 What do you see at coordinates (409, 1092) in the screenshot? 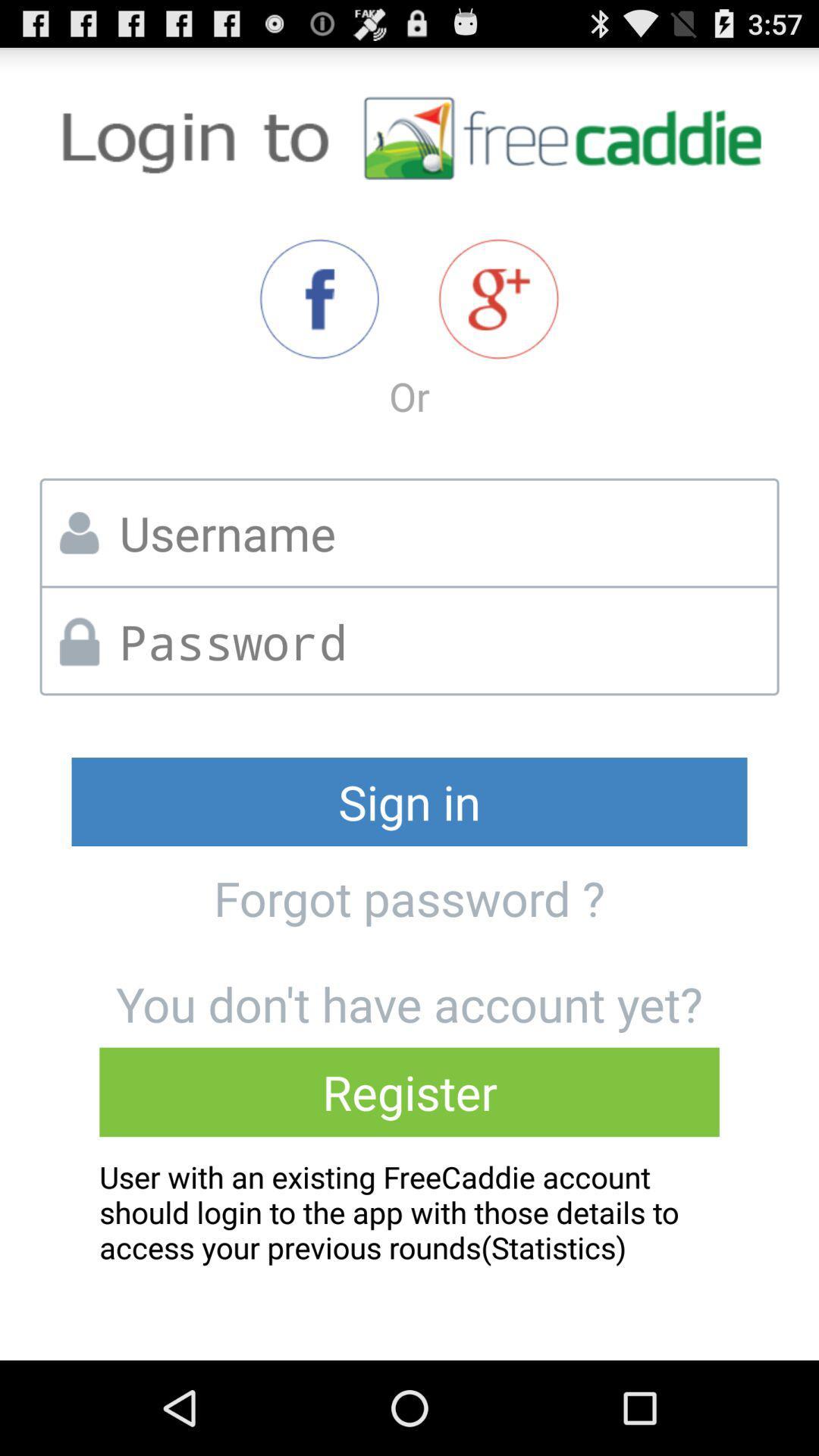
I see `the item above the user with an item` at bounding box center [409, 1092].